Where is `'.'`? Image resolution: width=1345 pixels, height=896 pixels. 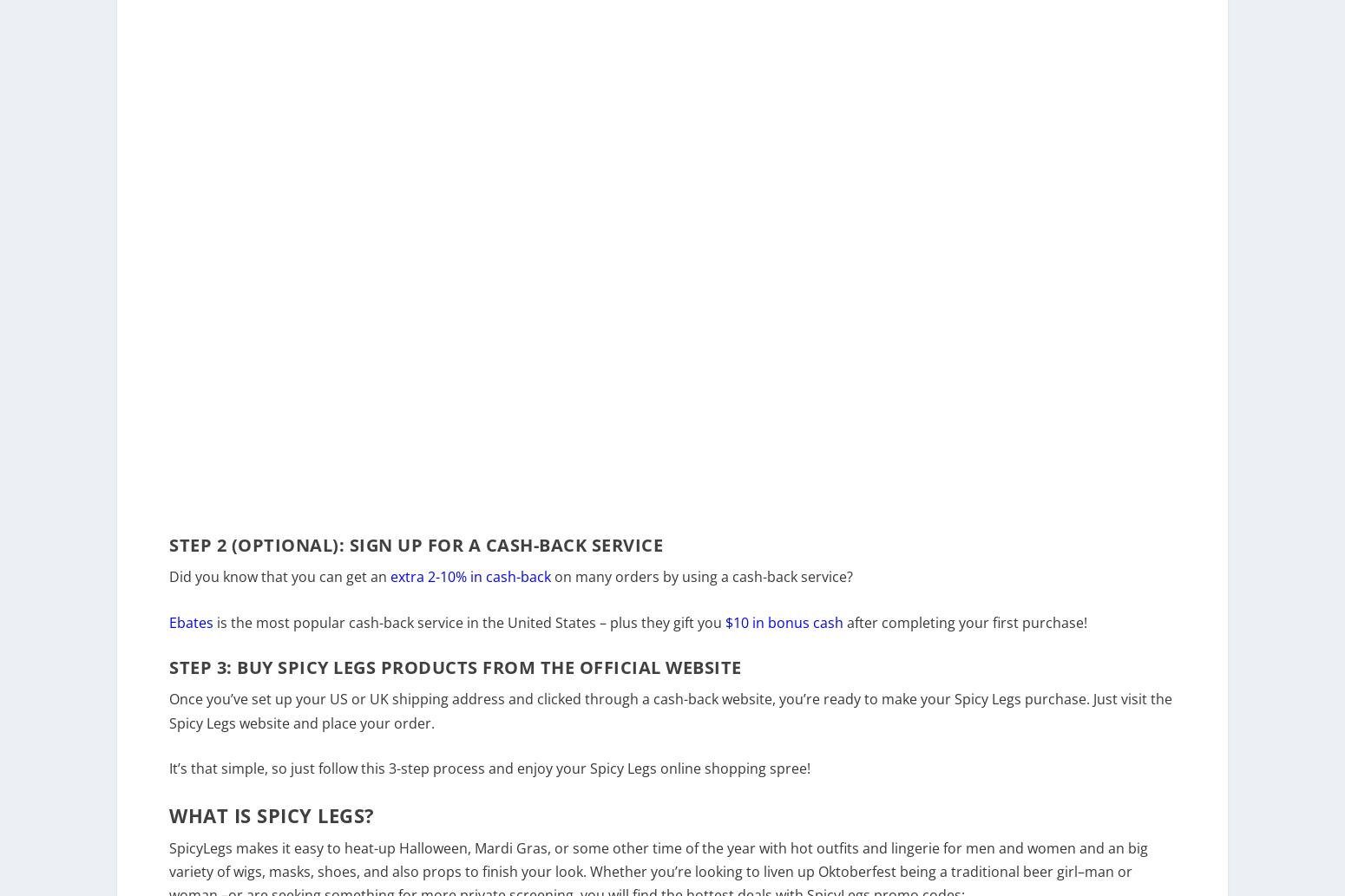 '.' is located at coordinates (431, 734).